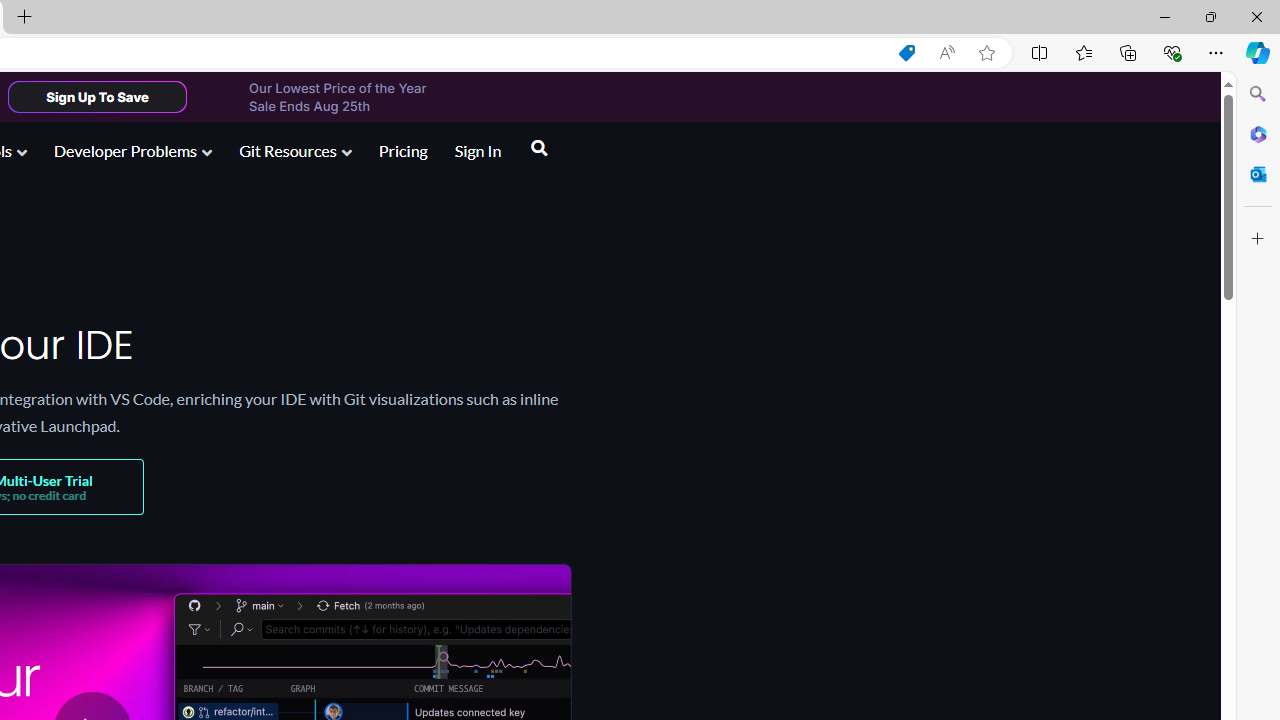 The height and width of the screenshot is (720, 1280). Describe the element at coordinates (477, 152) in the screenshot. I see `'Sign In'` at that location.